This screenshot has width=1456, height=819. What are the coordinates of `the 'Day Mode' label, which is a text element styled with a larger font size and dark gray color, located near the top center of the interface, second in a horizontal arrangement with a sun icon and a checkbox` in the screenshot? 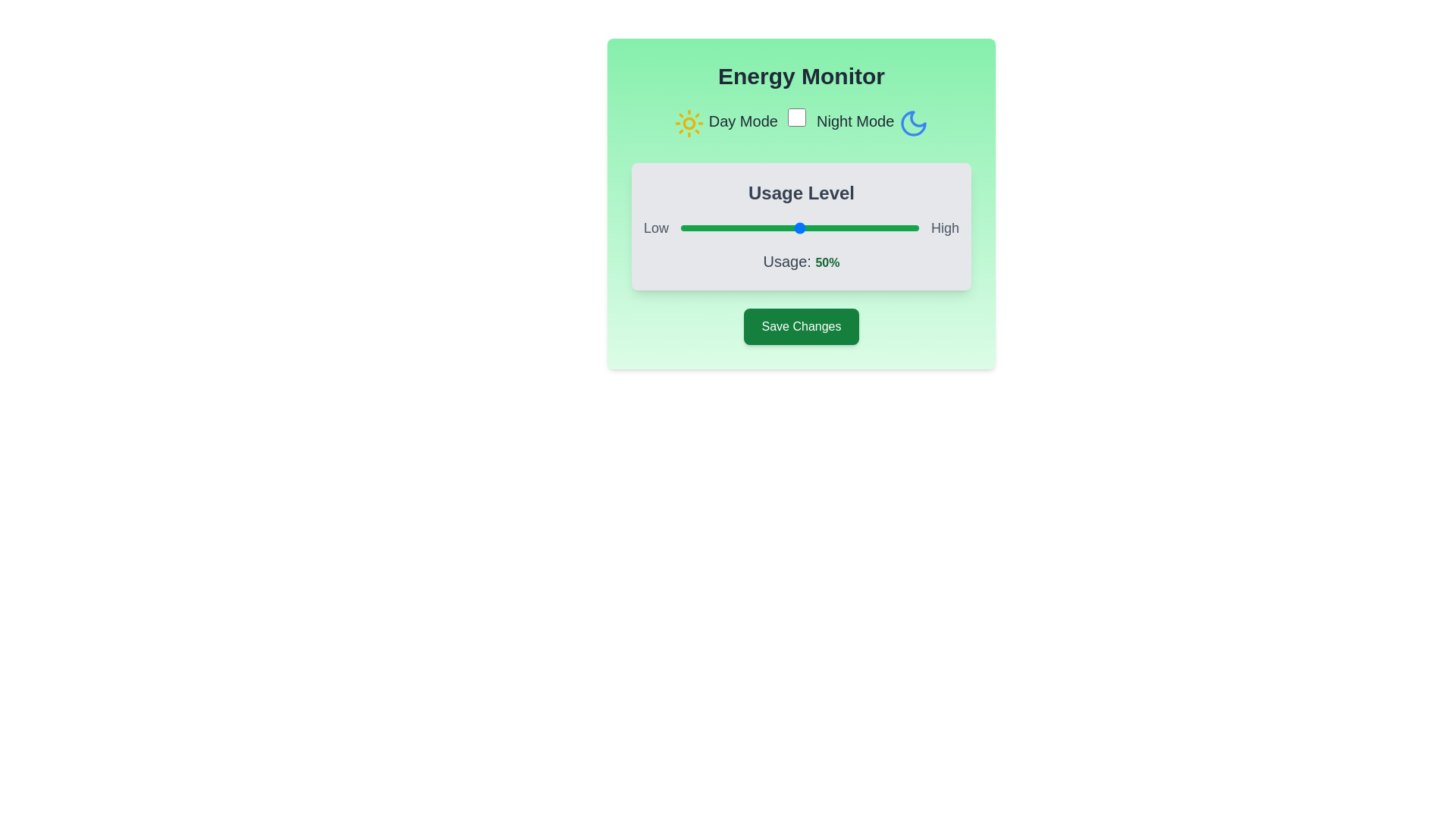 It's located at (743, 121).